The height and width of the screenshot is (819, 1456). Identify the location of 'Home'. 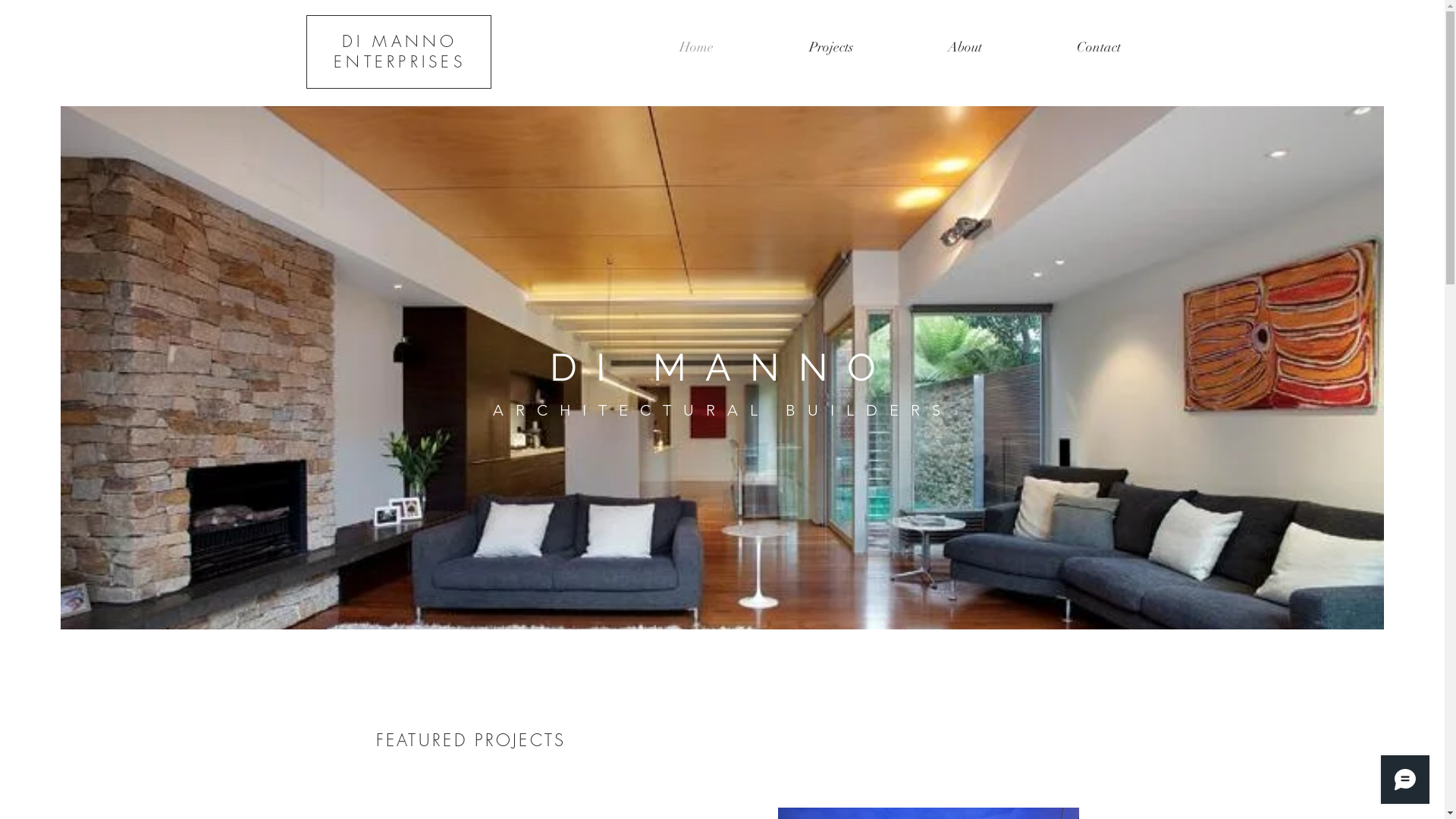
(695, 45).